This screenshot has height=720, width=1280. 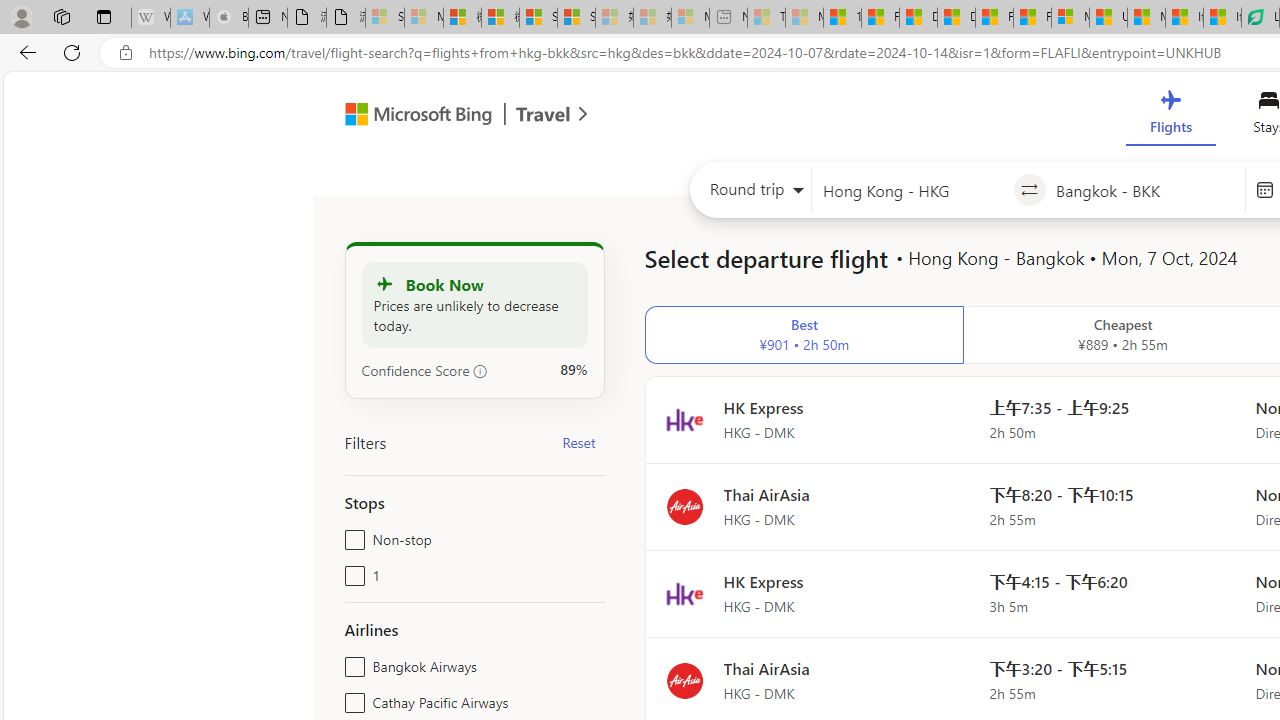 What do you see at coordinates (480, 371) in the screenshot?
I see `'Info tooltip'` at bounding box center [480, 371].